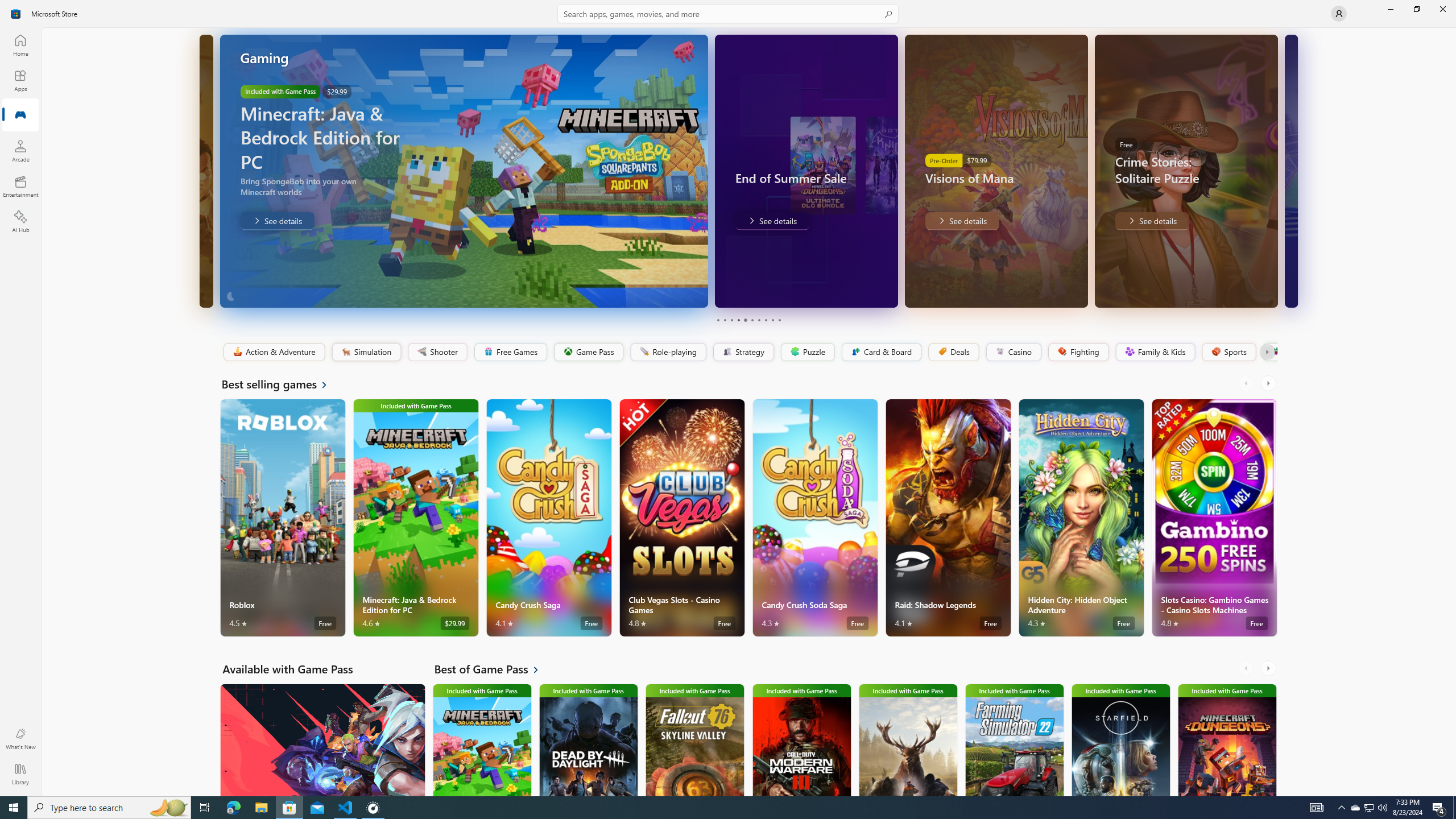 The height and width of the screenshot is (819, 1456). I want to click on 'Puzzle', so click(806, 351).